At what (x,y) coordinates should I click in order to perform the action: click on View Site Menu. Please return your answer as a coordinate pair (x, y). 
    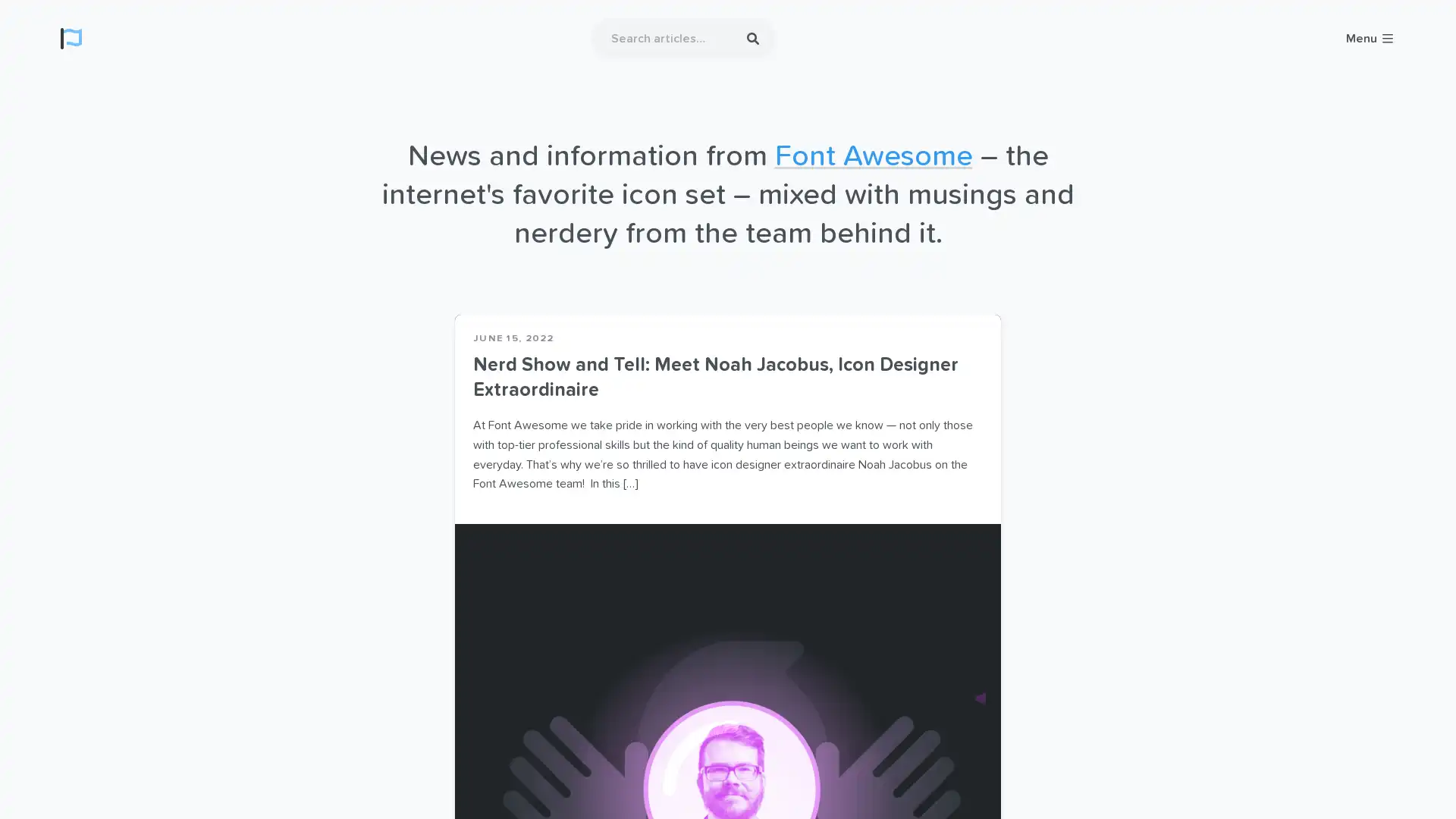
    Looking at the image, I should click on (1370, 37).